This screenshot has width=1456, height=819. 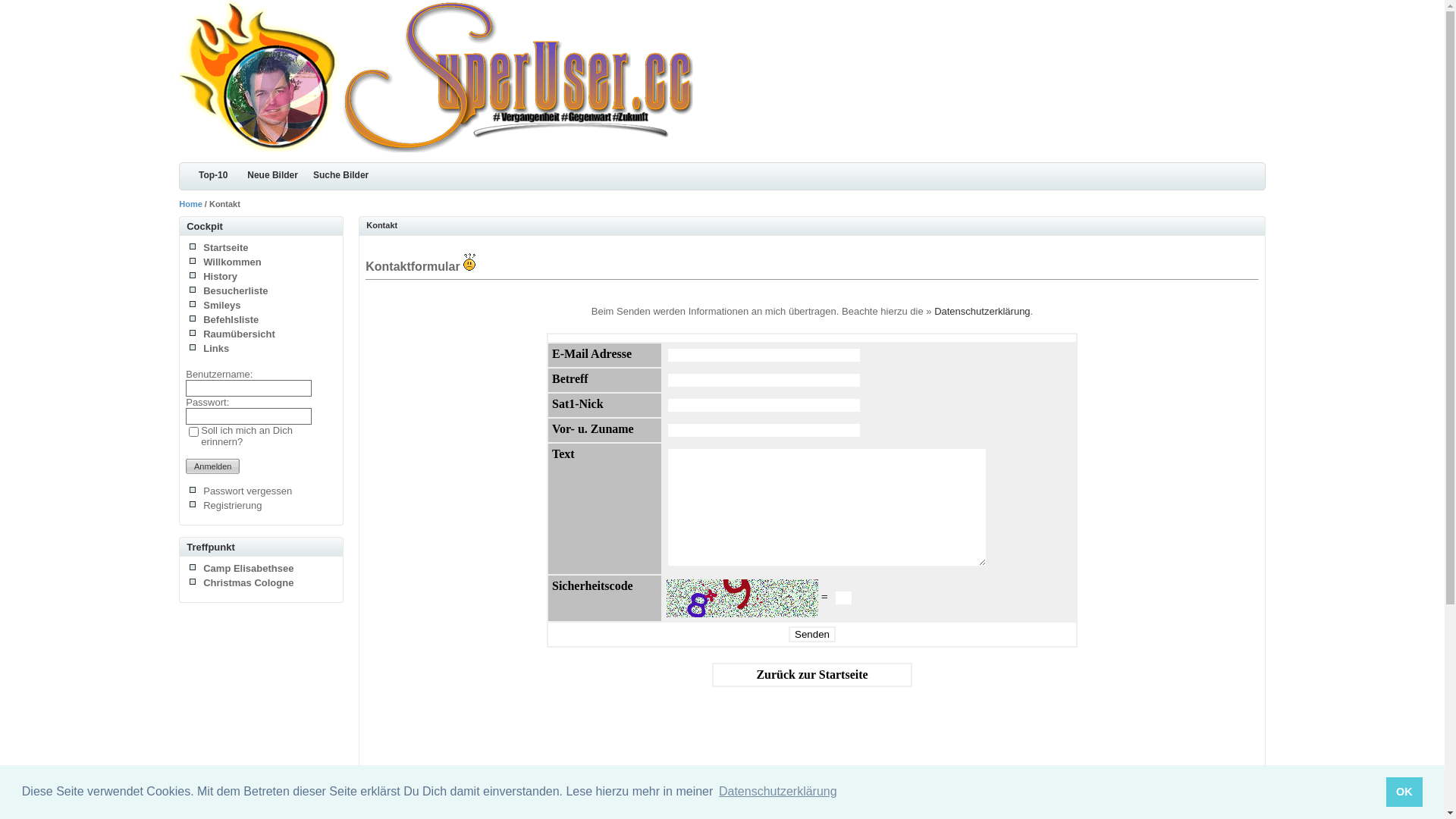 I want to click on 'Besucherliste', so click(x=234, y=290).